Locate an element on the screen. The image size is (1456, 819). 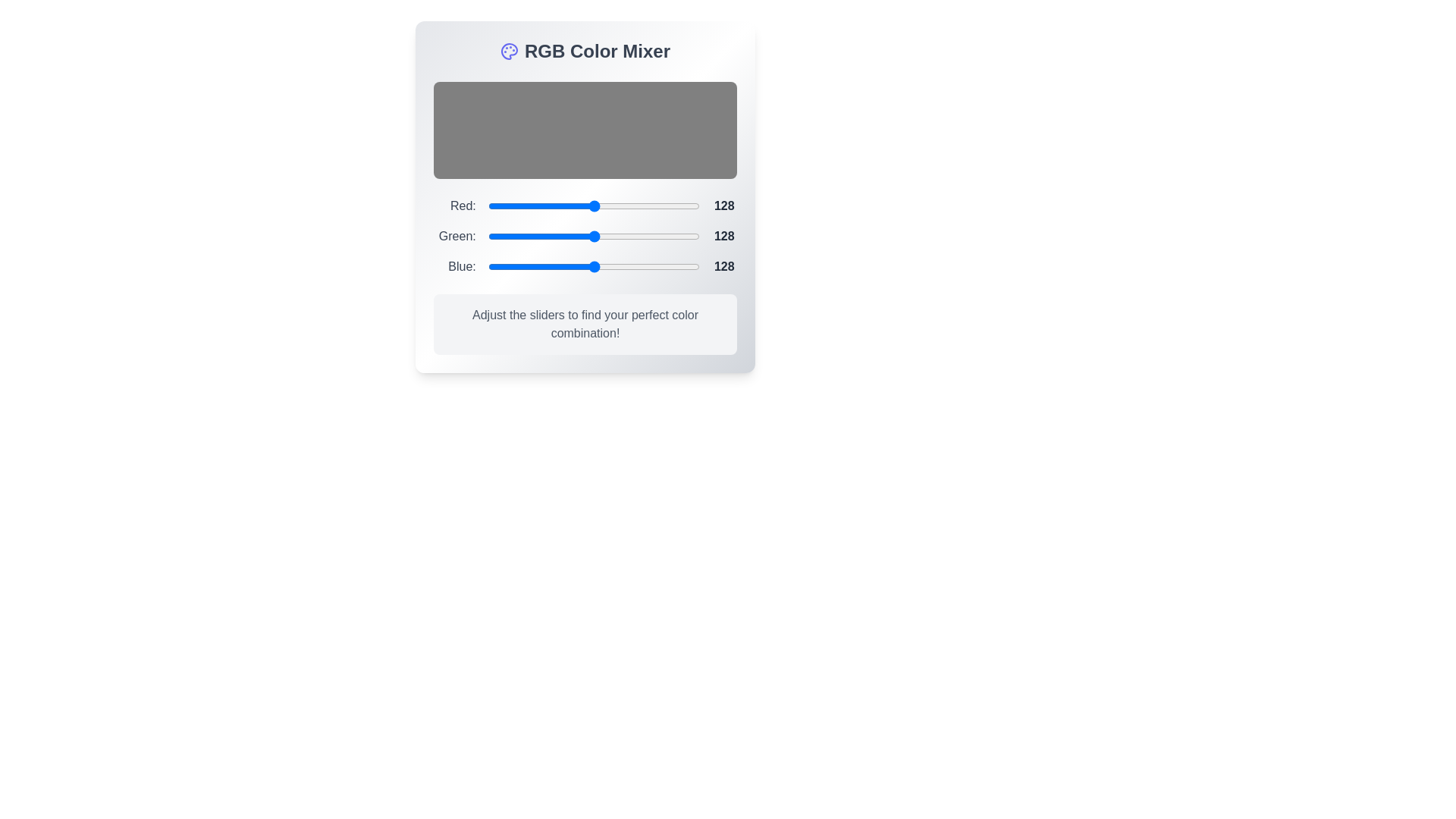
the 0 slider to 224 is located at coordinates (673, 206).